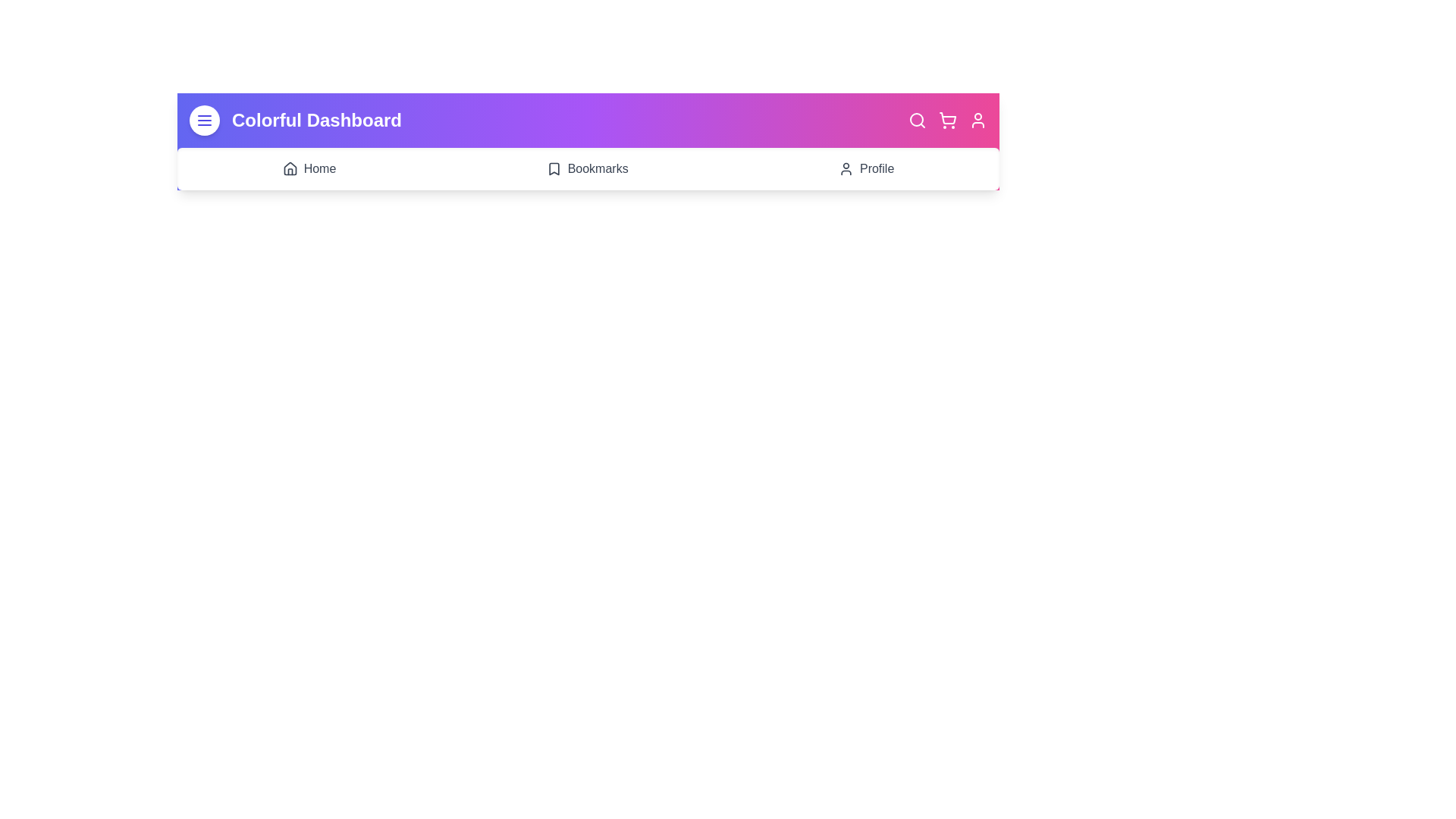 The width and height of the screenshot is (1456, 819). I want to click on the interactive element User Profile Icon to observe visual feedback, so click(978, 119).